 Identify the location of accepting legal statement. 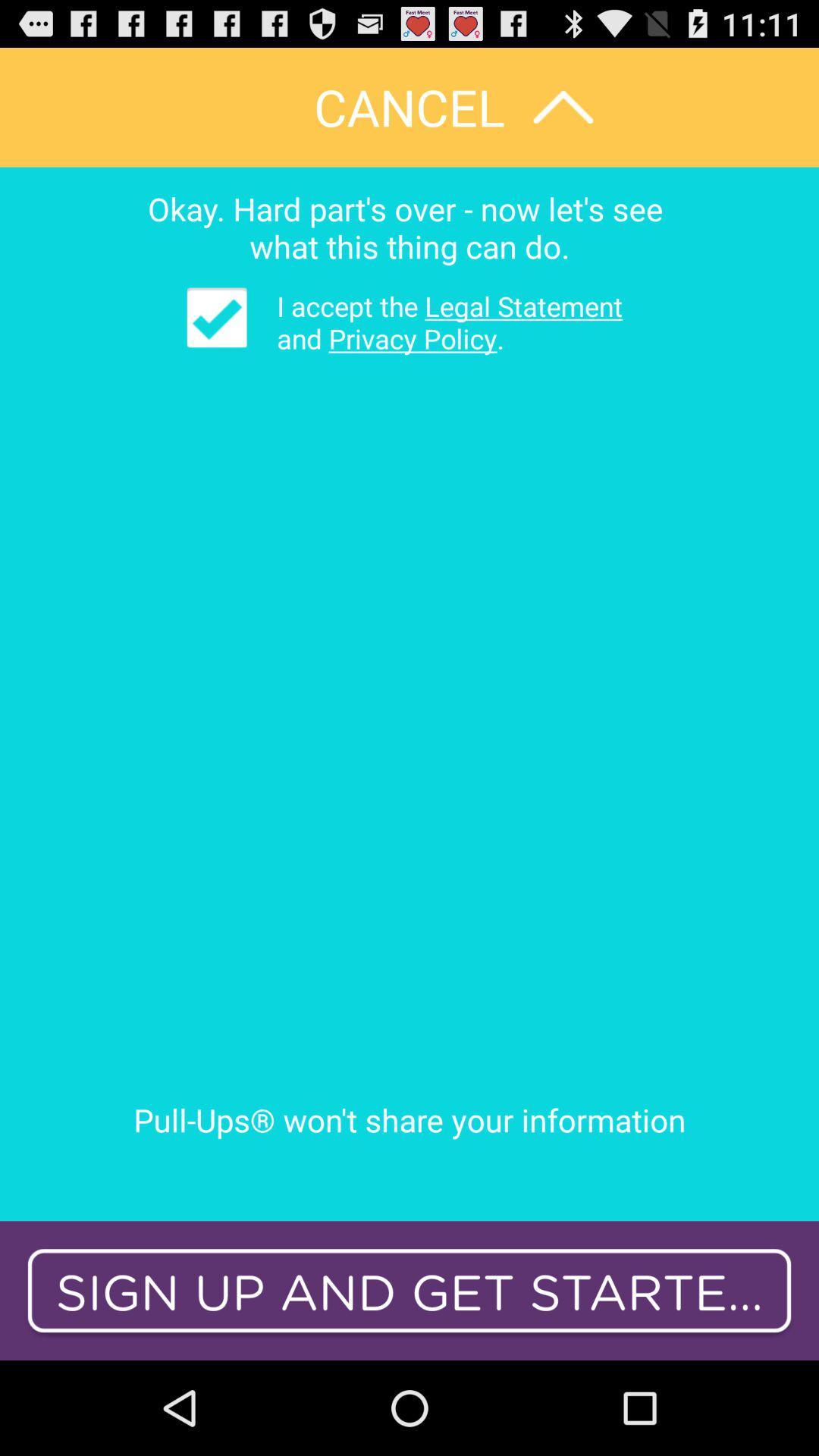
(217, 316).